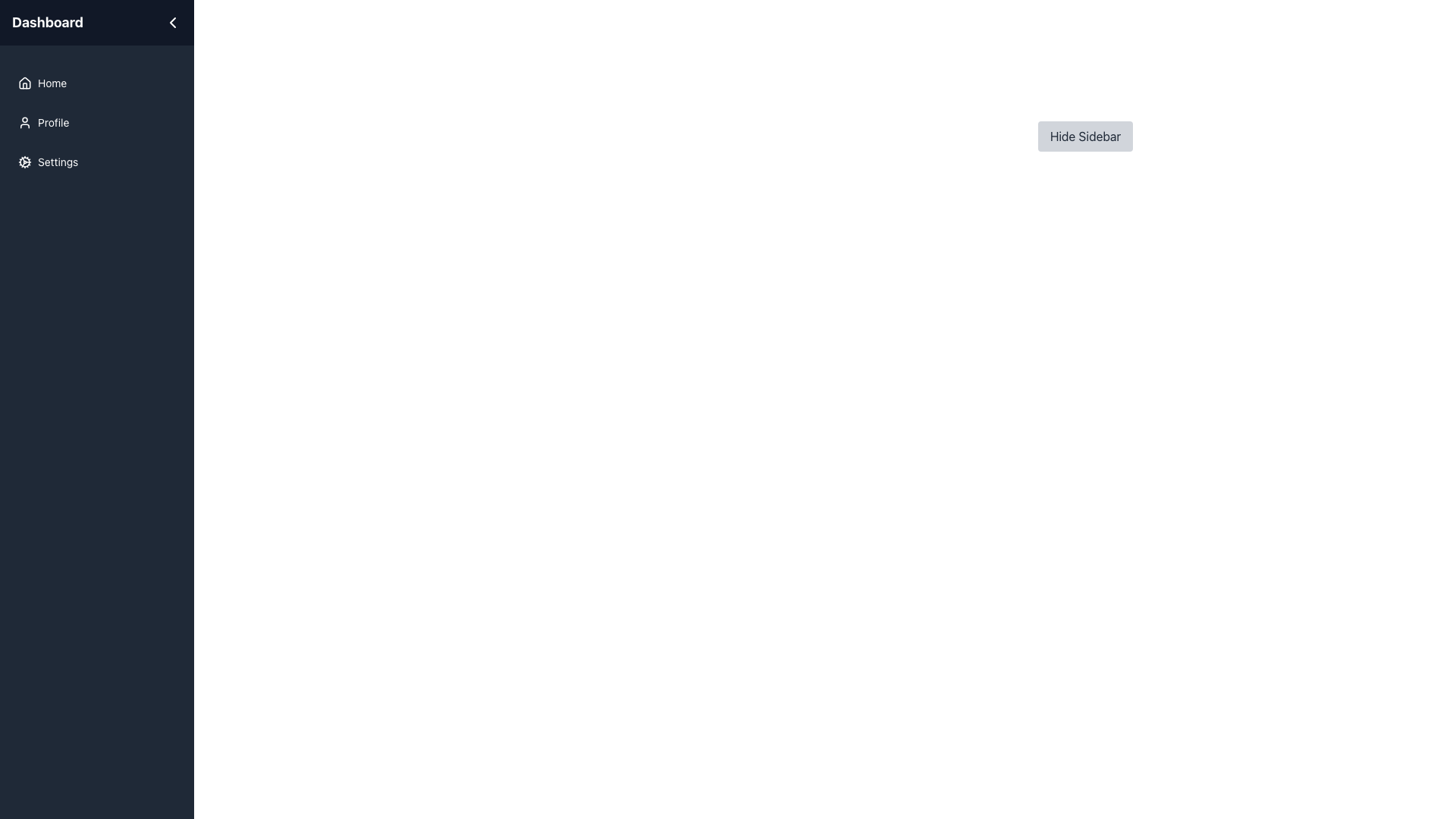 This screenshot has width=1456, height=819. I want to click on the user profile icon located in the sidebar navigation menu, so click(25, 122).